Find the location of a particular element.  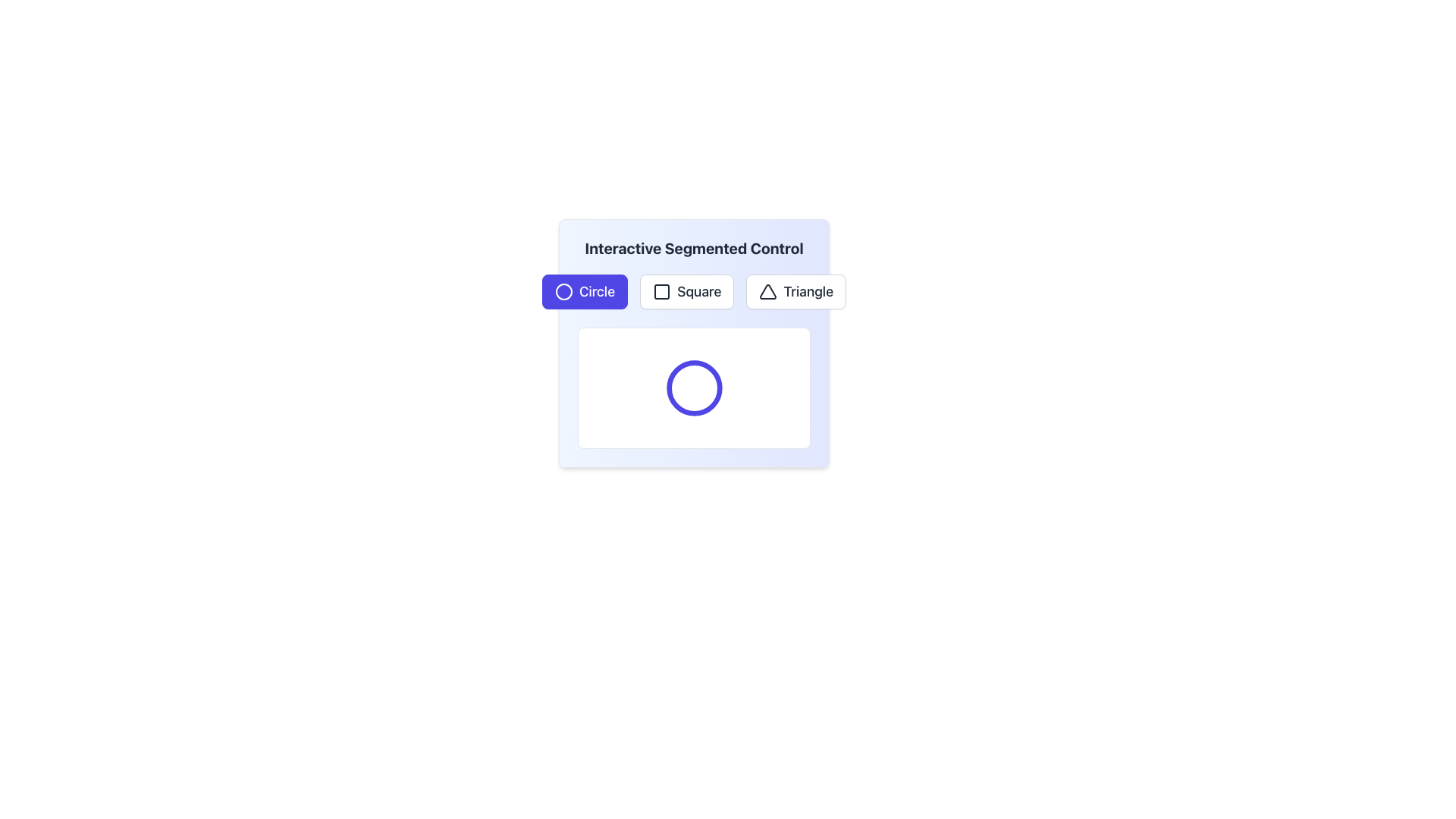

the 'Square' button in the segmented control, which has a white background and a gray border, located between the 'Circle' and 'Triangle' buttons is located at coordinates (693, 292).